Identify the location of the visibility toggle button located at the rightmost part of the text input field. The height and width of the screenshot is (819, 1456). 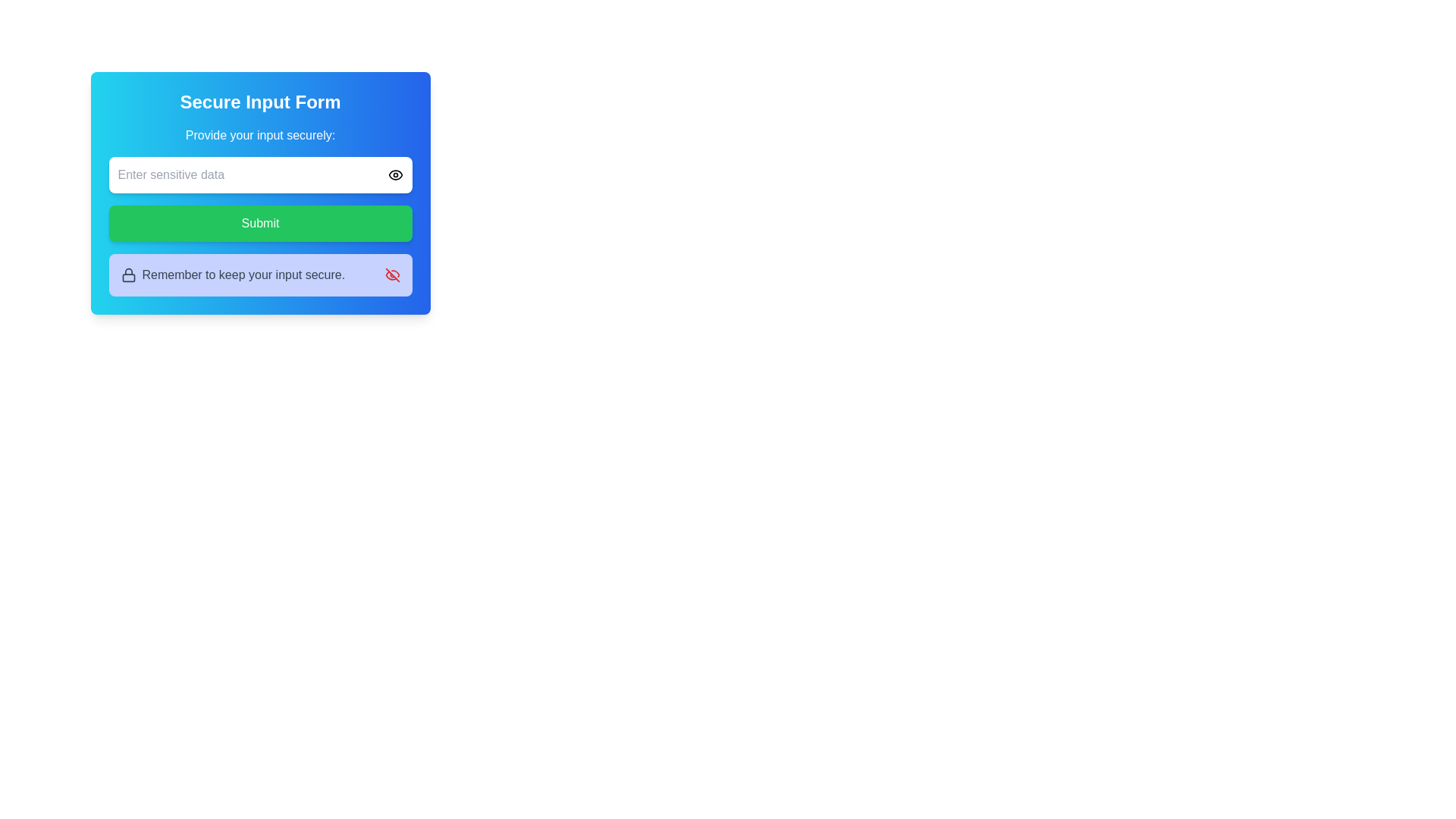
(395, 174).